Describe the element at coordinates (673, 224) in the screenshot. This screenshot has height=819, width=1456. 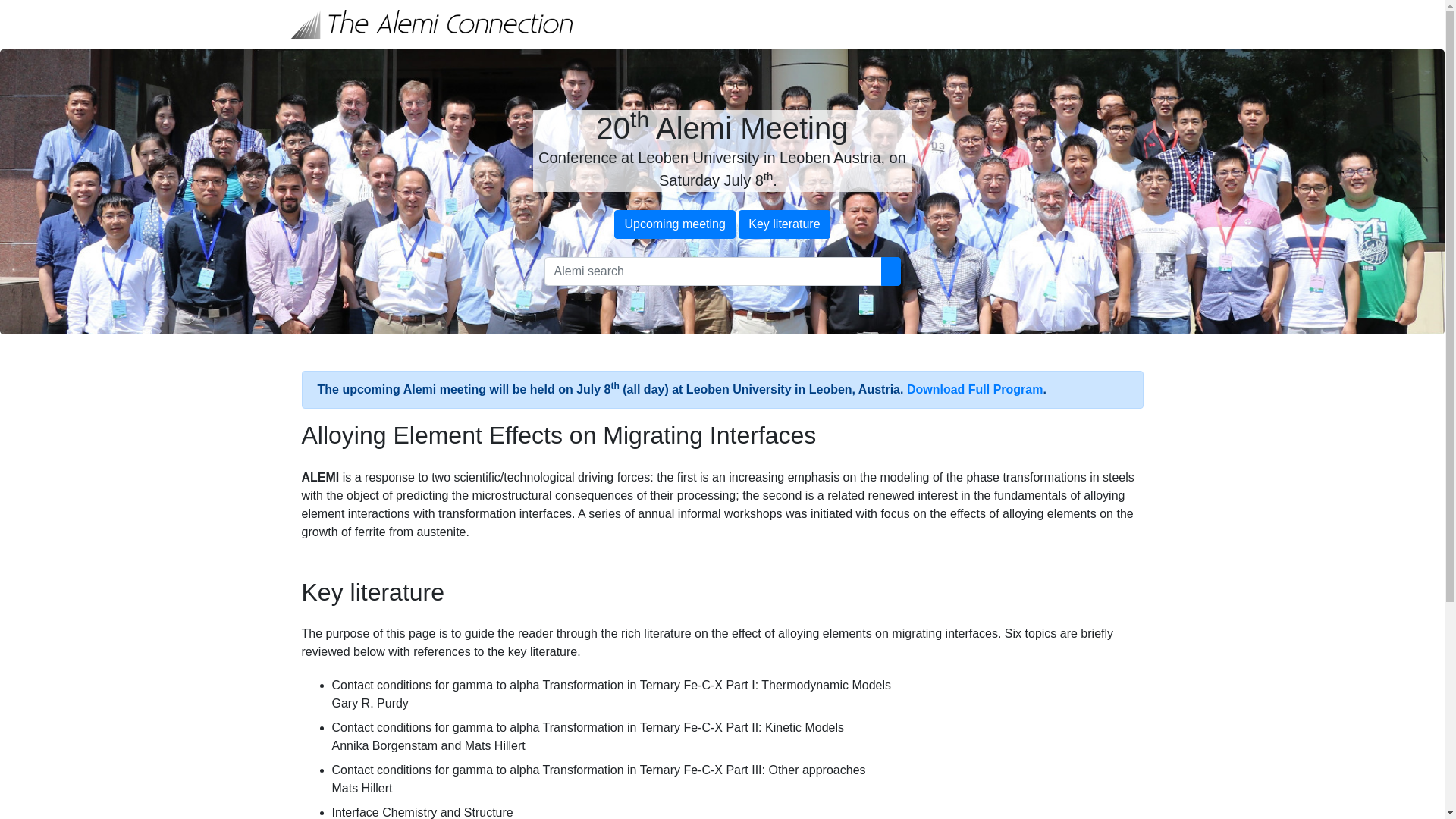
I see `'Upcoming meeting'` at that location.